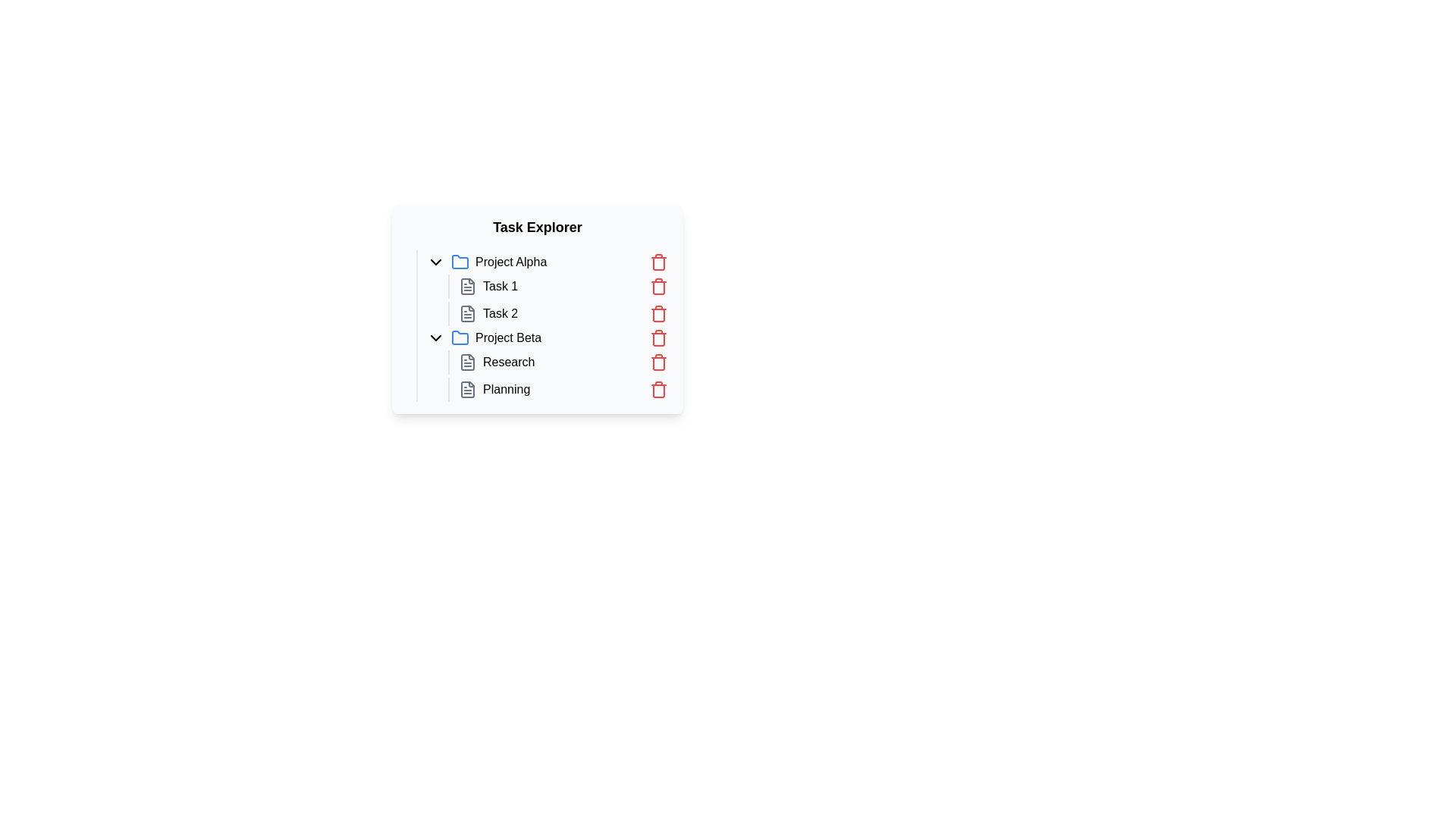 The image size is (1456, 819). What do you see at coordinates (563, 362) in the screenshot?
I see `the task named 'Research' under the 'Project Beta' folder` at bounding box center [563, 362].